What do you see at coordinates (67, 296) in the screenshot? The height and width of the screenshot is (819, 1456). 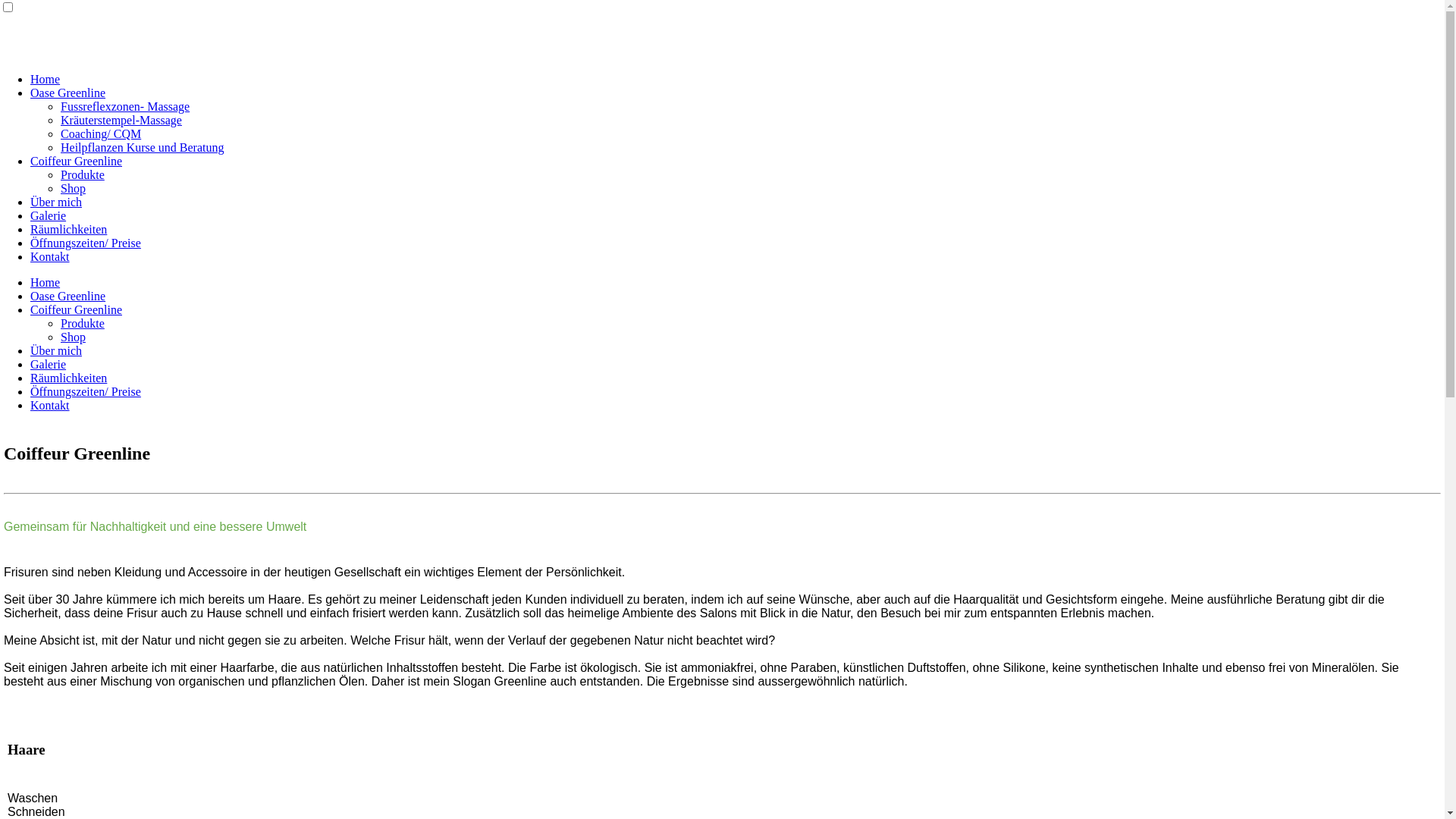 I see `'Oase Greenline'` at bounding box center [67, 296].